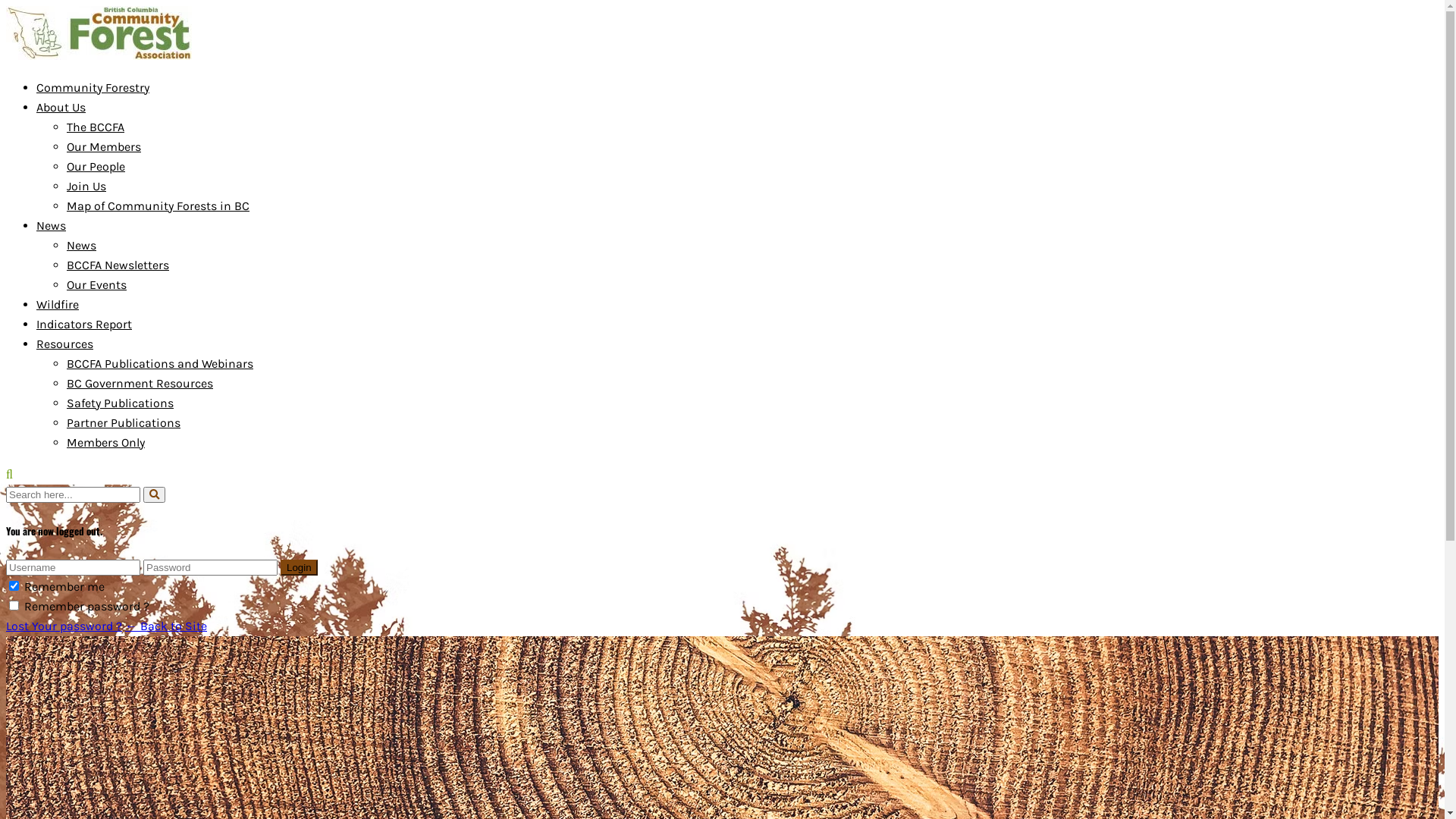 This screenshot has height=819, width=1456. Describe the element at coordinates (124, 422) in the screenshot. I see `'Partner Publications'` at that location.